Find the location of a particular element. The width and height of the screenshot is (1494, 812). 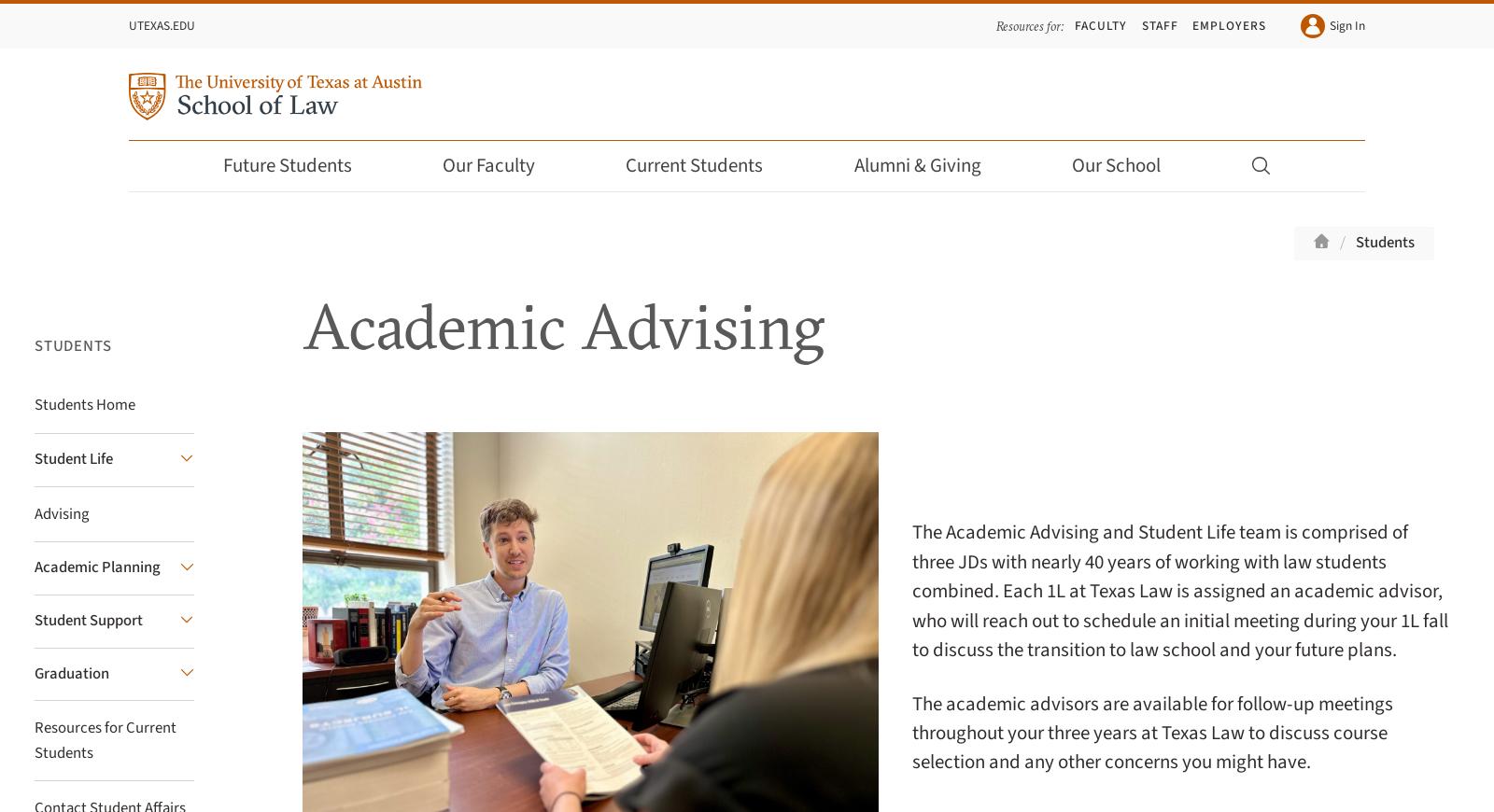

'Our Faculty' is located at coordinates (487, 164).